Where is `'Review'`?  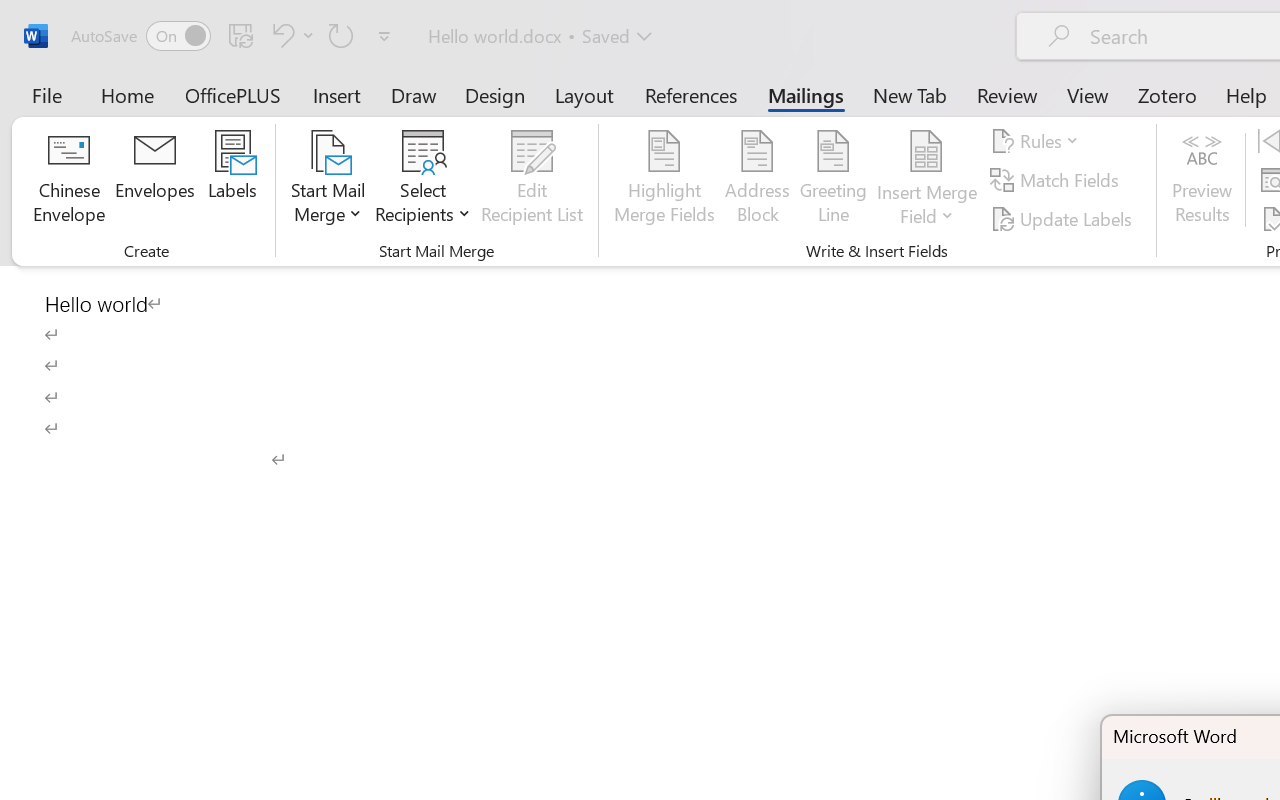
'Review' is located at coordinates (1007, 94).